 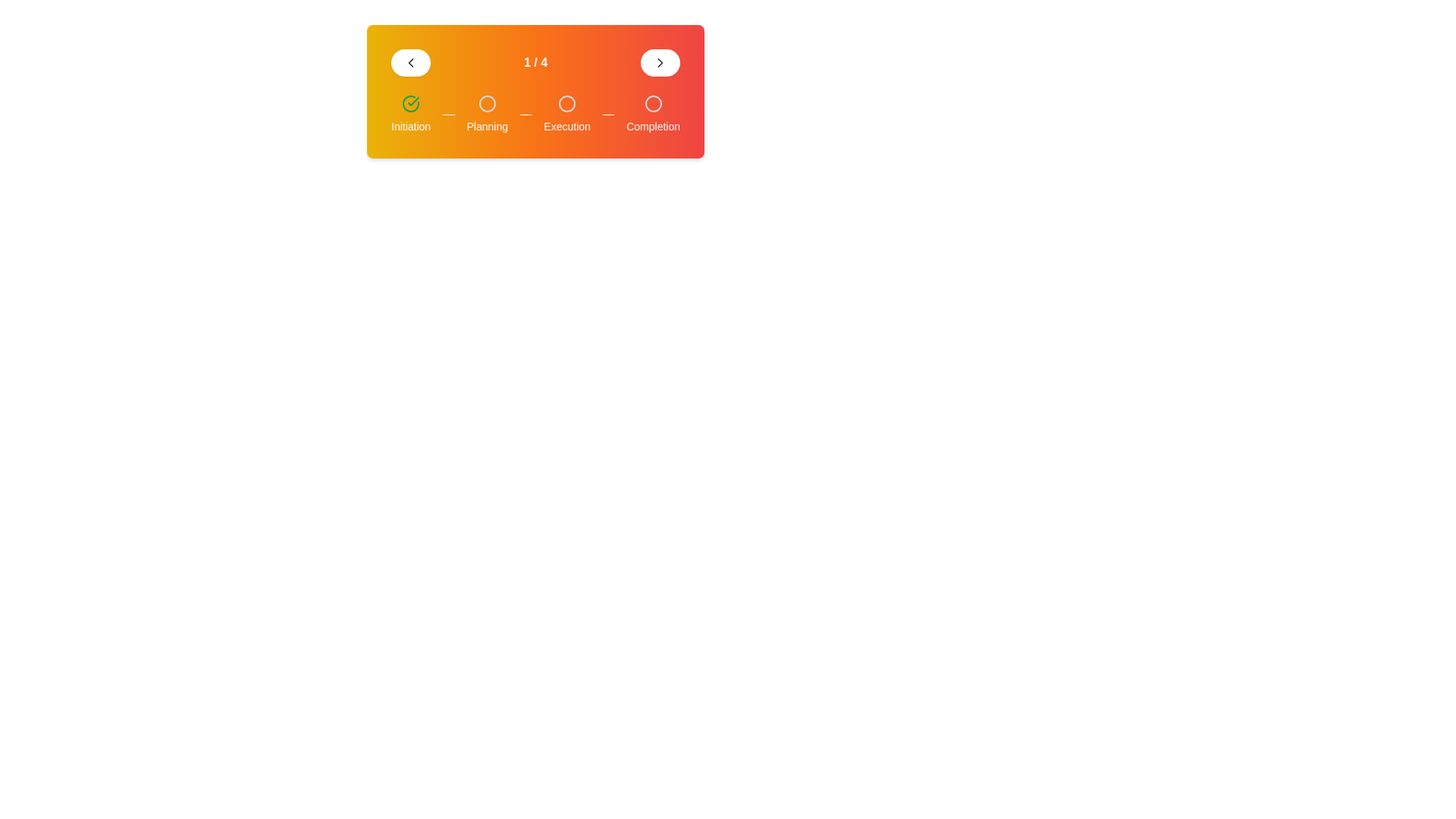 What do you see at coordinates (660, 62) in the screenshot?
I see `the circular button with a rightward-pointing chevron icon that is located on the far-right side of the navigation bar, adjacent to the '1 / 4' text label` at bounding box center [660, 62].